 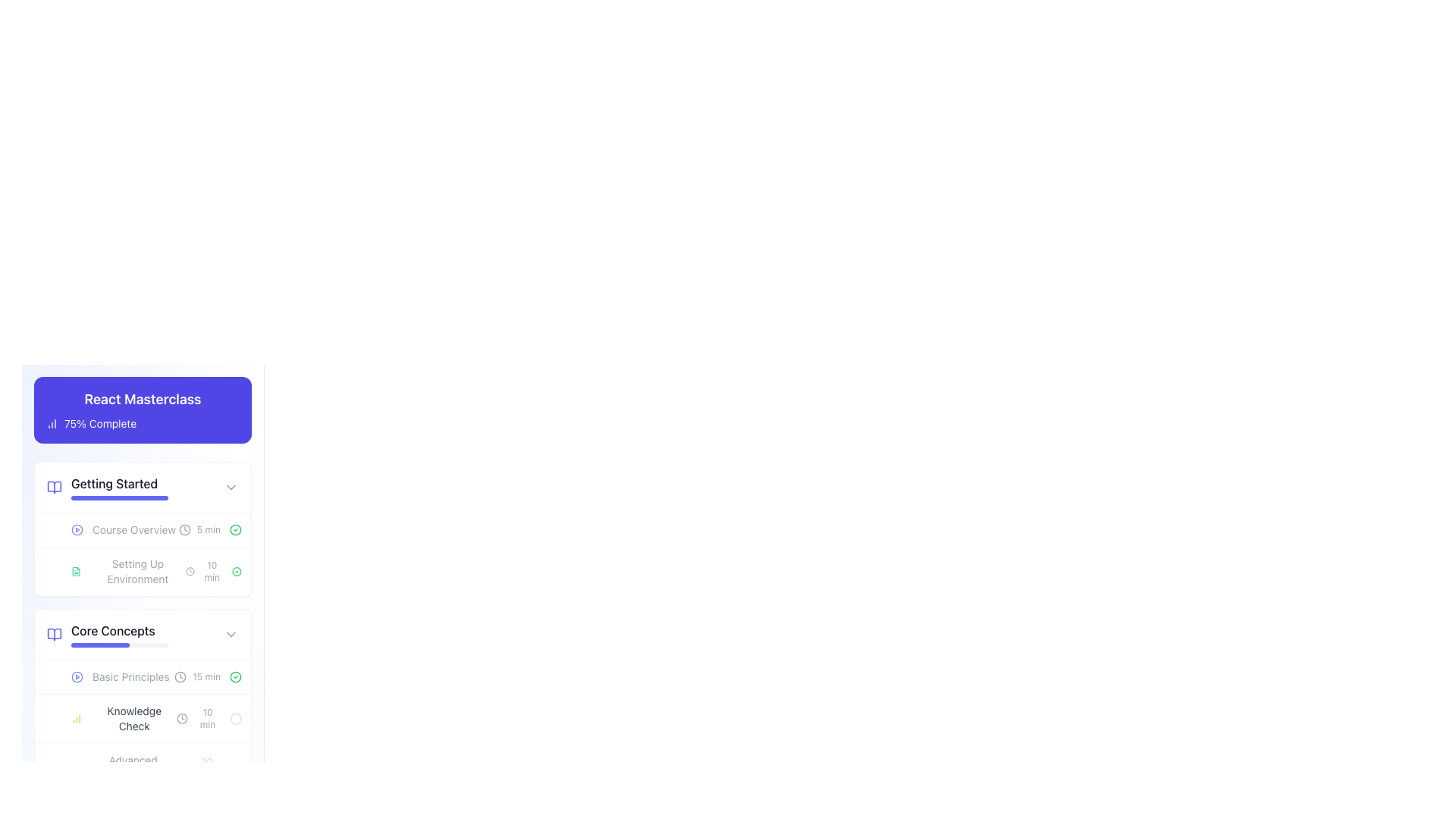 I want to click on the text label displaying '10 min' located in the 'Knowledge Check' section of the 'Core Concepts' module, which is the rightmost component of its row, so click(x=206, y=718).